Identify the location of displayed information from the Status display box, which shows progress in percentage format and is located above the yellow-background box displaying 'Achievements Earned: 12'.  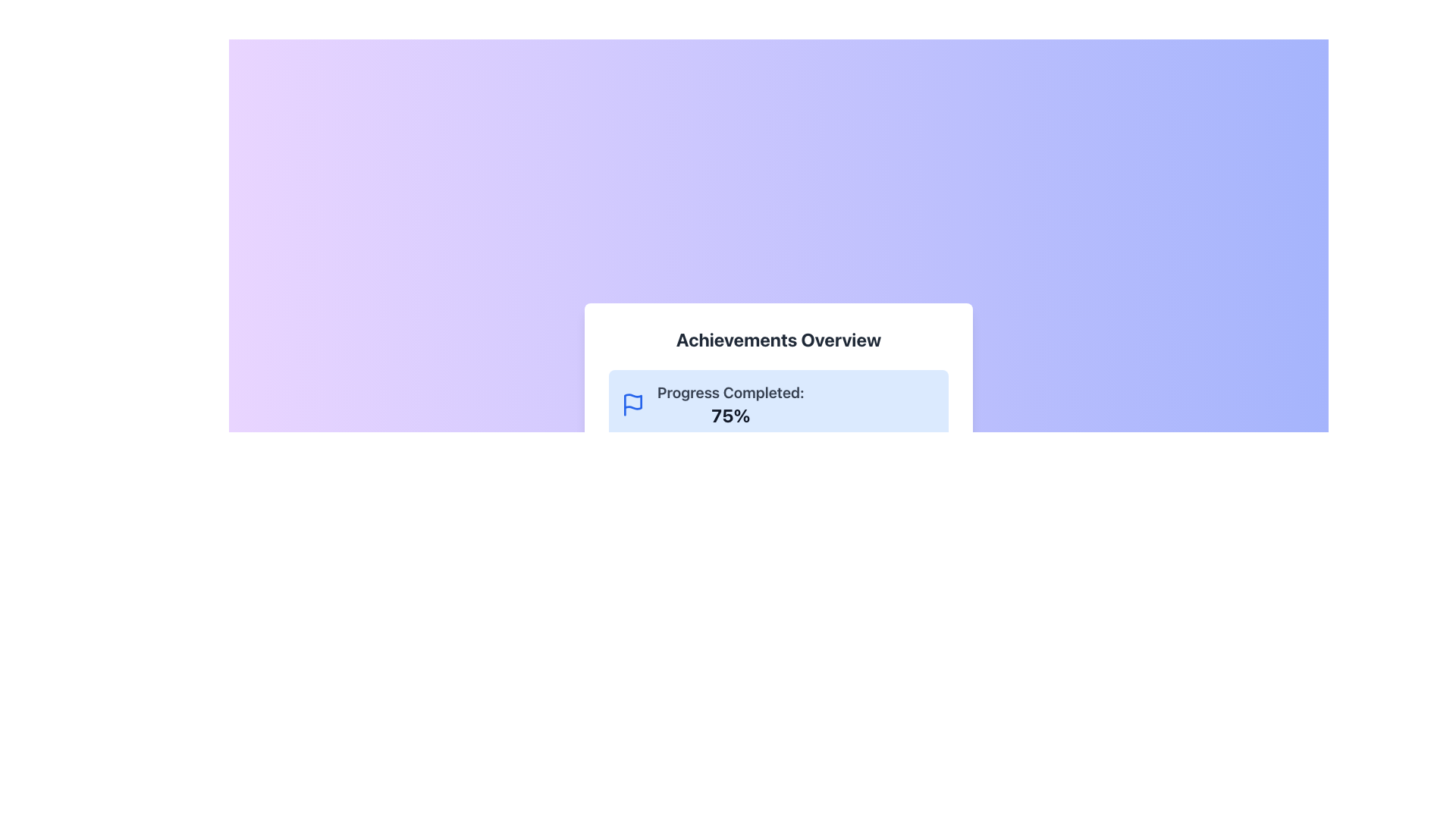
(779, 403).